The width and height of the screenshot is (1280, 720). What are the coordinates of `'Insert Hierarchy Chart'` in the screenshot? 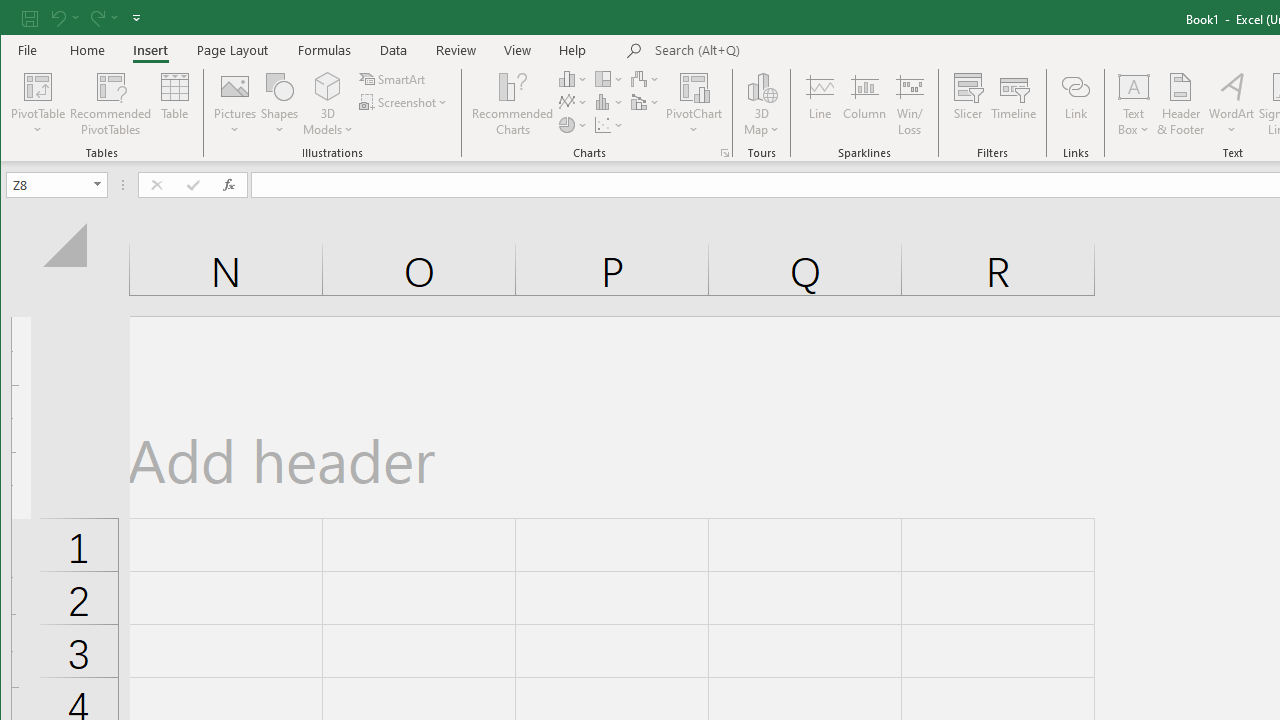 It's located at (608, 78).